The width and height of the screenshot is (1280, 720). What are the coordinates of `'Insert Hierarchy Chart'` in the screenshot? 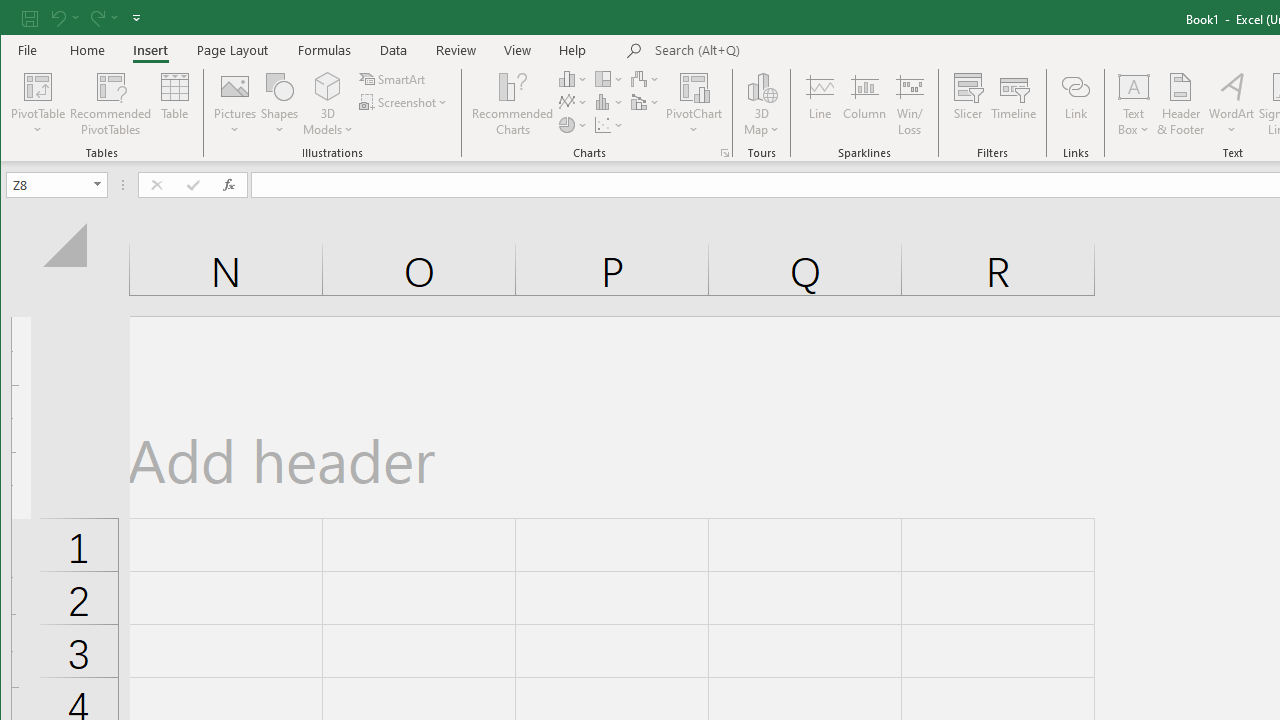 It's located at (608, 78).